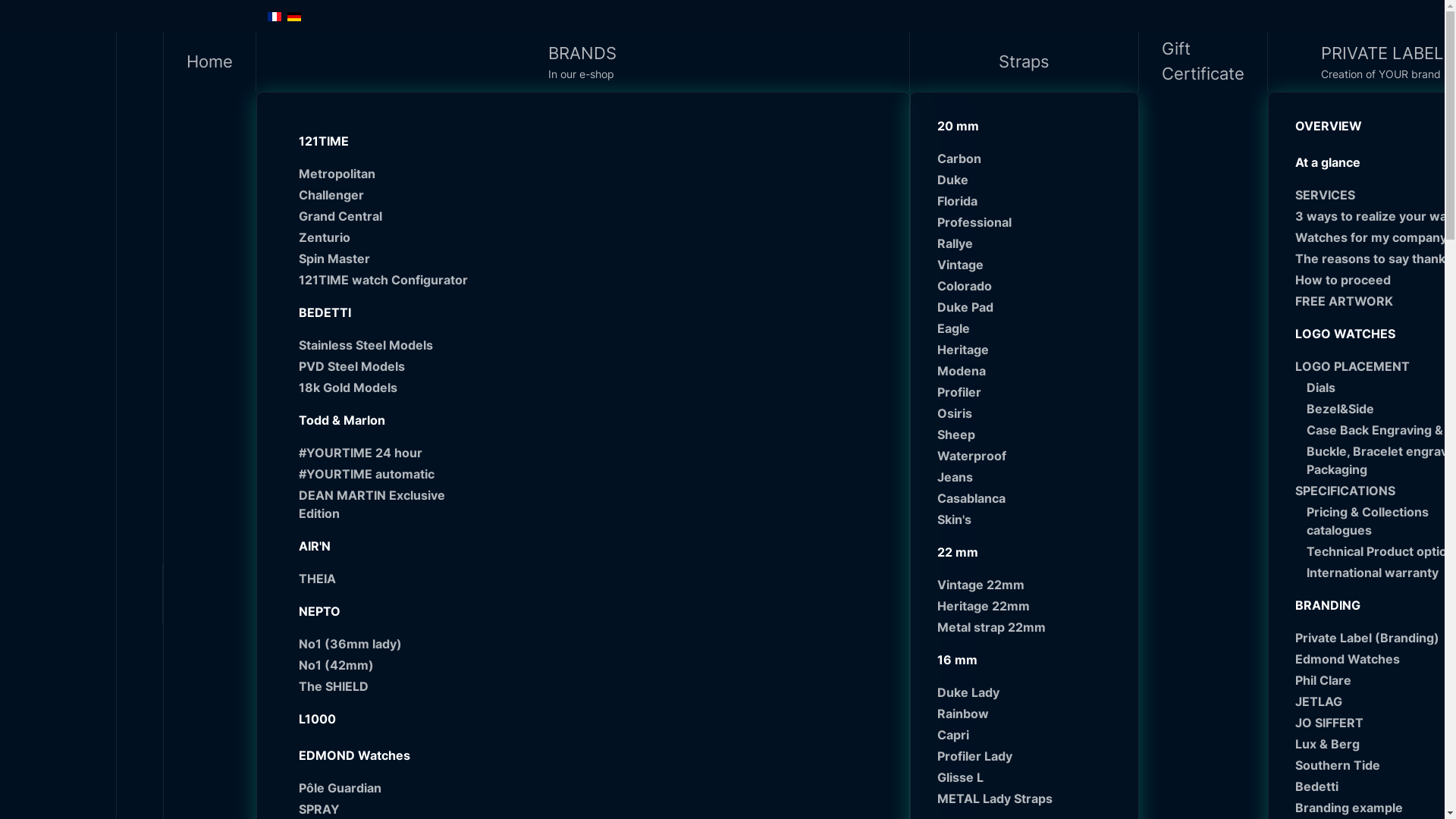 This screenshot has height=819, width=1456. Describe the element at coordinates (1030, 350) in the screenshot. I see `'Heritage'` at that location.